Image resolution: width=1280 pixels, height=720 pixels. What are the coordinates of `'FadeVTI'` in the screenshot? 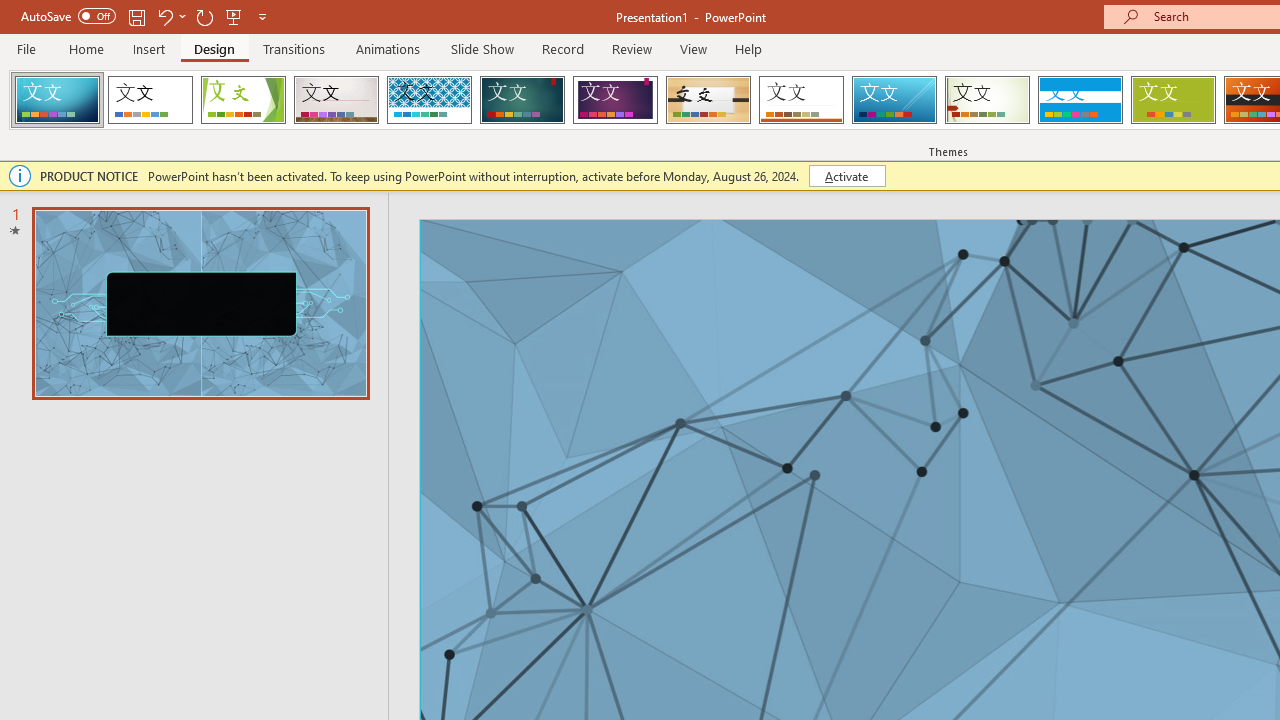 It's located at (57, 100).